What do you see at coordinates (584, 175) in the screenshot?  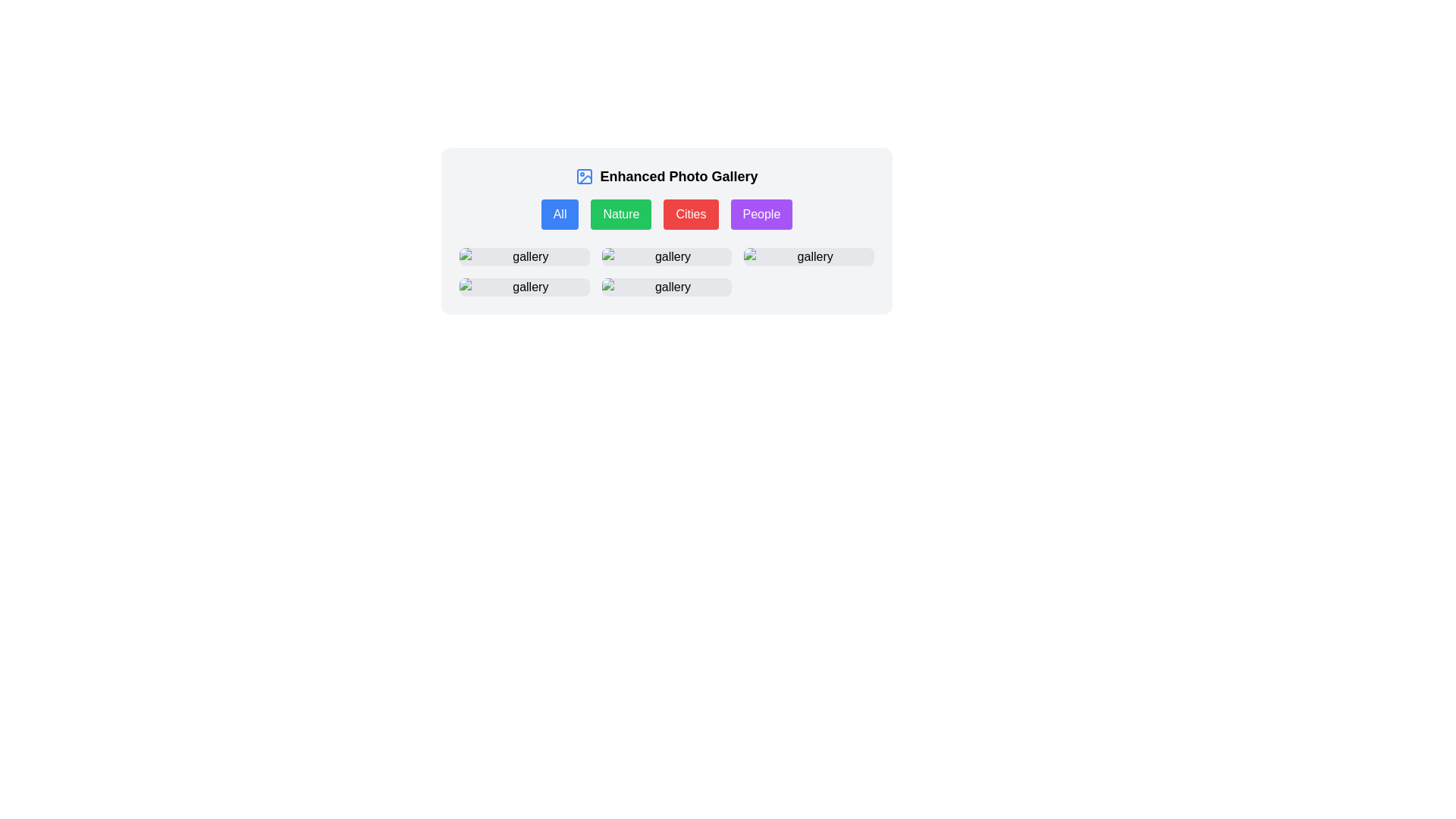 I see `the graphical icon component located in the top-left section of the toolbar, associated with the header text 'Enhanced Photo Gallery'` at bounding box center [584, 175].